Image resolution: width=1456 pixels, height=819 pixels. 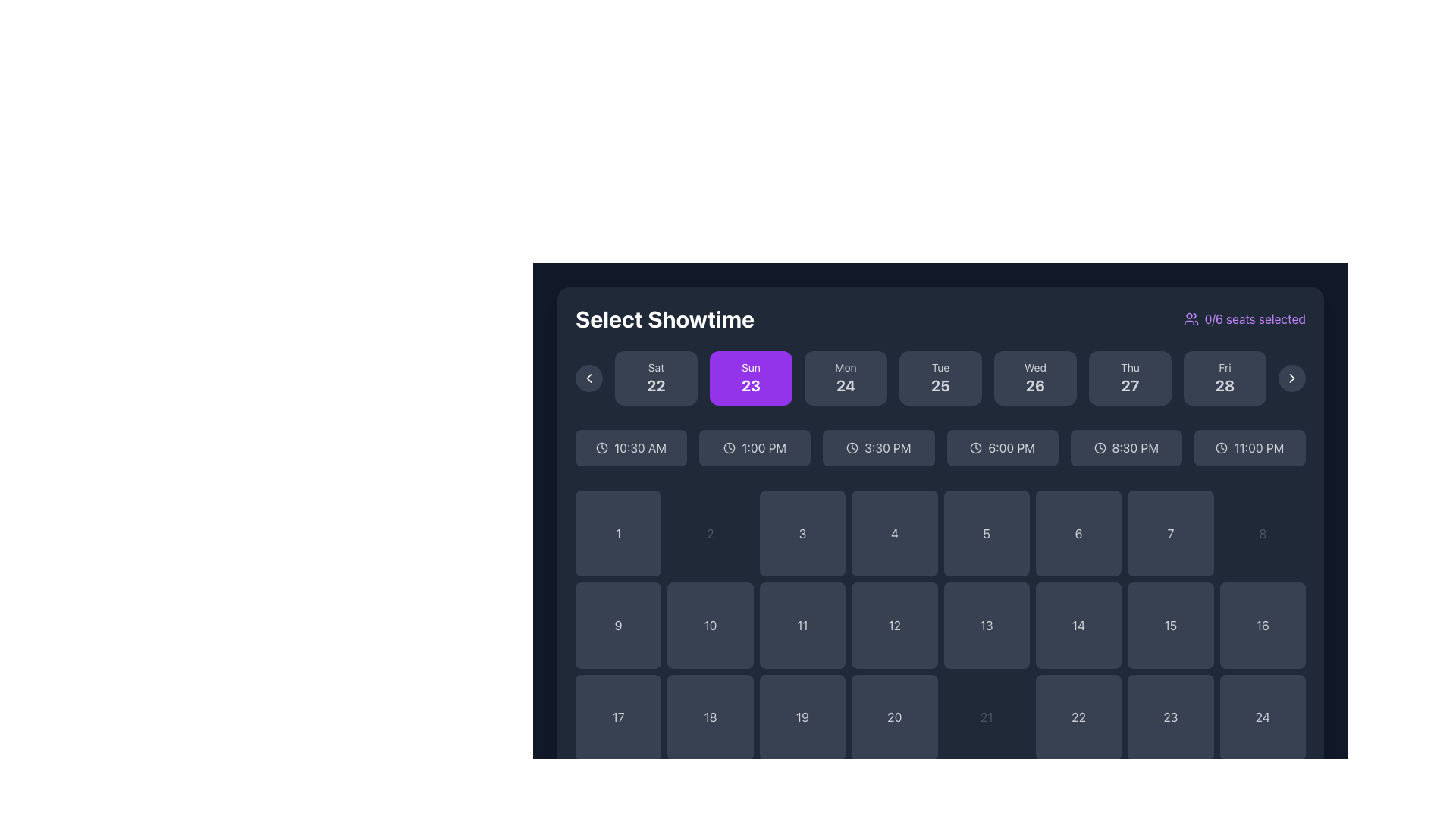 What do you see at coordinates (710, 532) in the screenshot?
I see `the disabled button labeled '2' with a dark background and rounded edges located in the first row, second column of the grid layout` at bounding box center [710, 532].